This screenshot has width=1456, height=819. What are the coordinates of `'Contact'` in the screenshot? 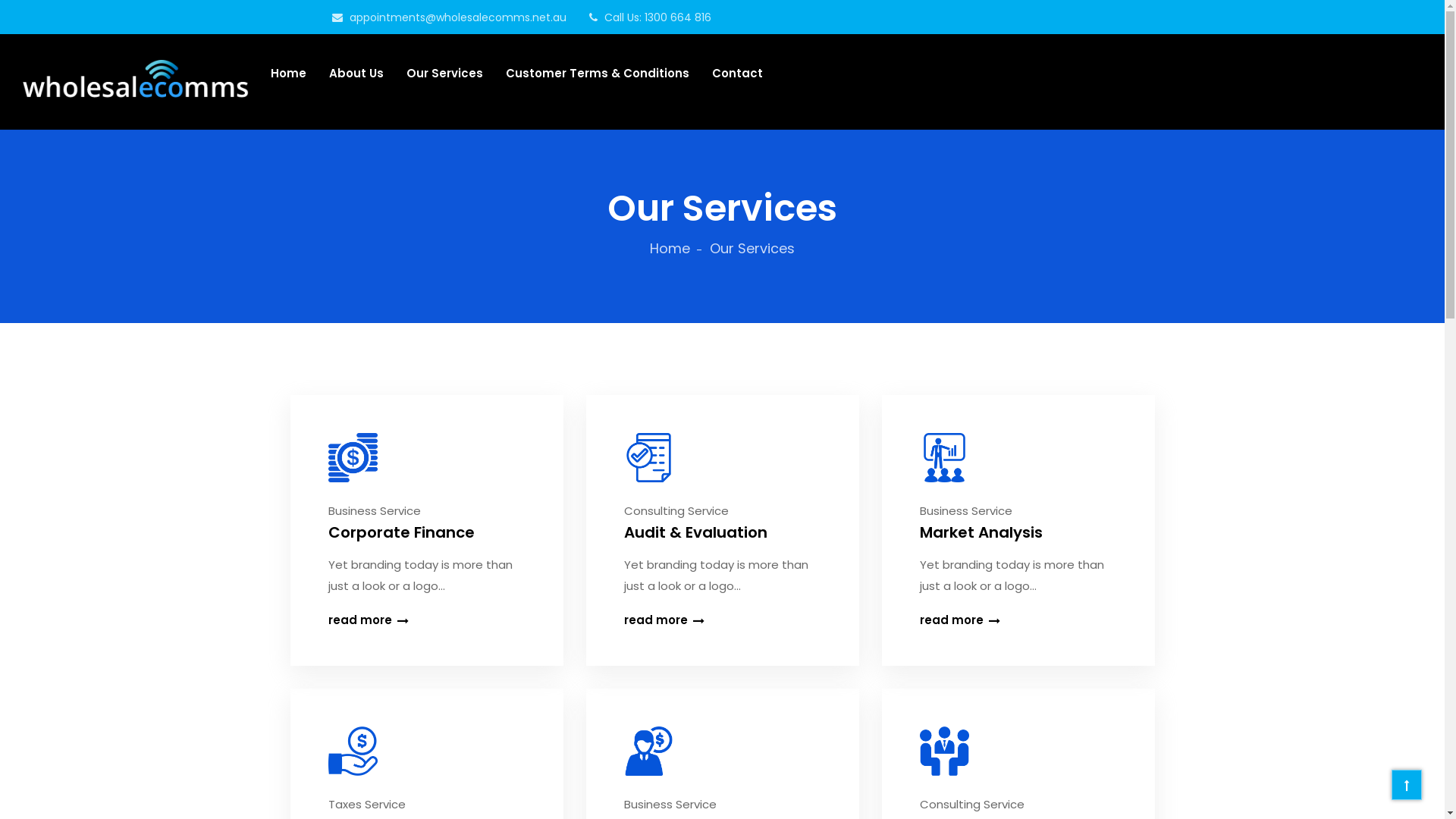 It's located at (737, 73).